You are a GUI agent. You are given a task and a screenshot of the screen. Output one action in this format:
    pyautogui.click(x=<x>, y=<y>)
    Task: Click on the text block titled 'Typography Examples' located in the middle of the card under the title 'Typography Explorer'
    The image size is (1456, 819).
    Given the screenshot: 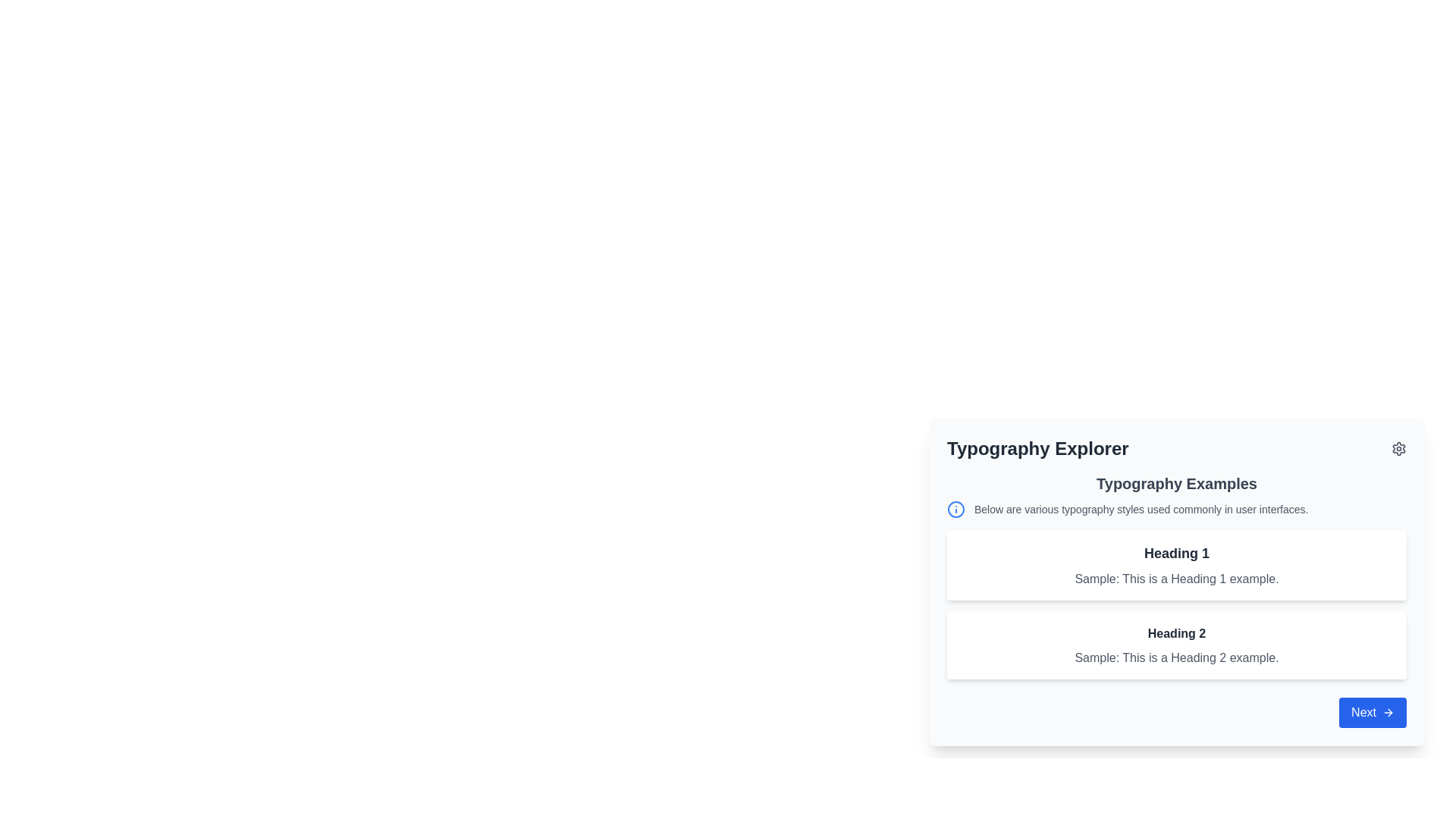 What is the action you would take?
    pyautogui.click(x=1175, y=576)
    